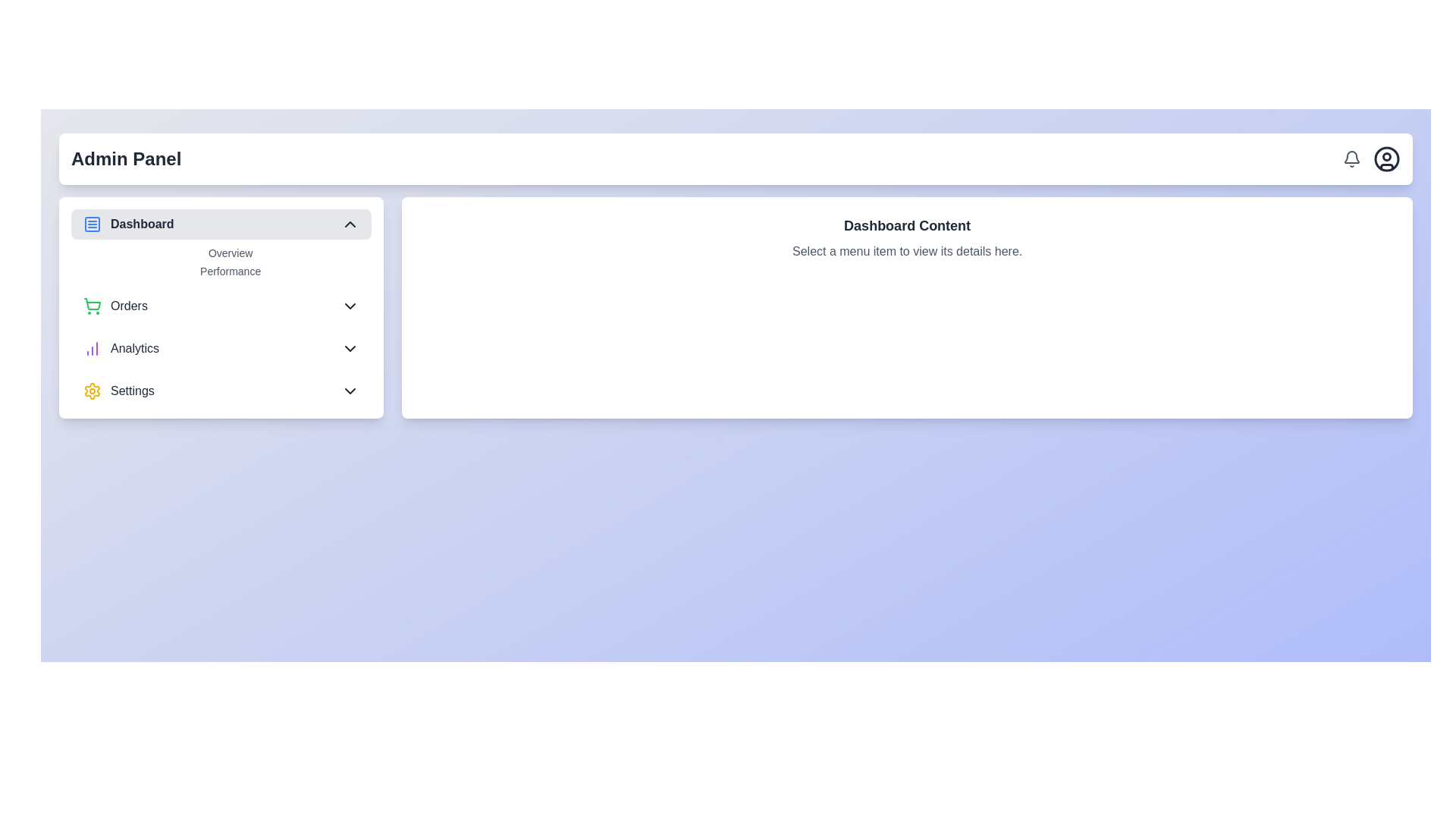  Describe the element at coordinates (126, 158) in the screenshot. I see `the 'Admin Panel' text label located at the top-left of the interface, which is styled with a large, bold font and dark color, if functionality exists` at that location.